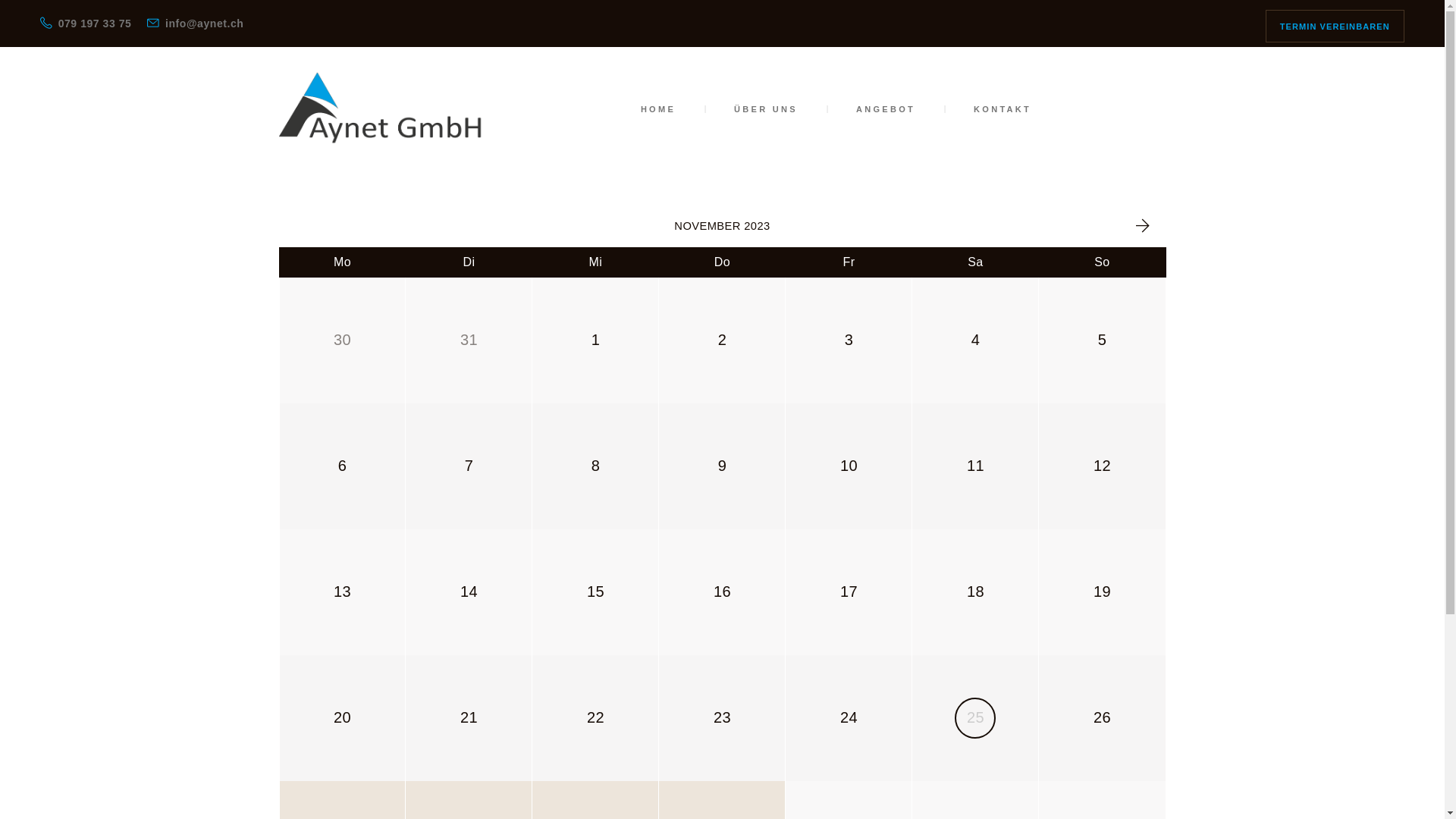 This screenshot has height=819, width=1456. Describe the element at coordinates (944, 108) in the screenshot. I see `'KONTAKT'` at that location.